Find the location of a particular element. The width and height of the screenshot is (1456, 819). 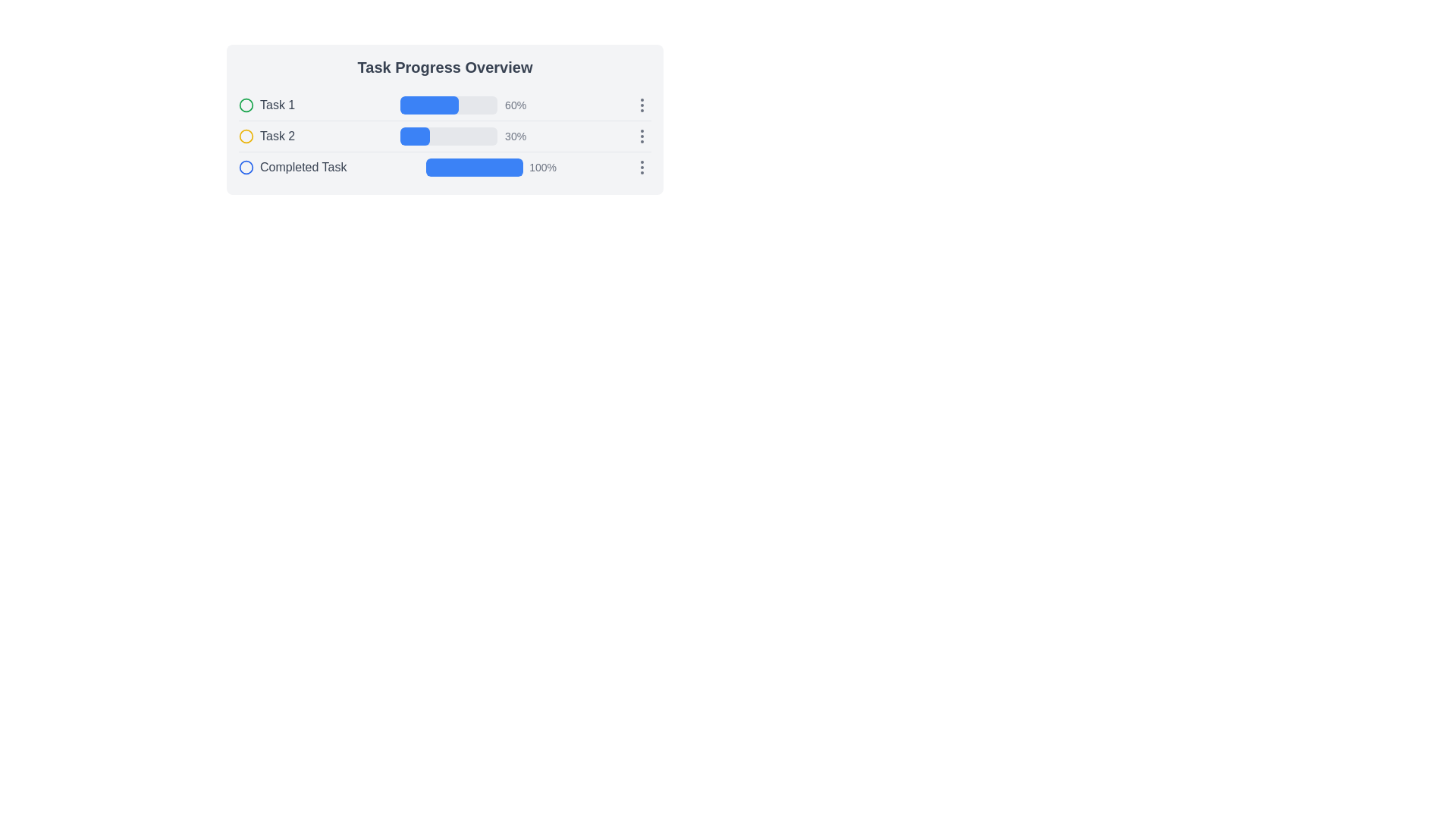

the second list item with a circular icon outlined in yellow and the text 'Task 2', located under the heading 'Task Progress Overview' is located at coordinates (267, 136).